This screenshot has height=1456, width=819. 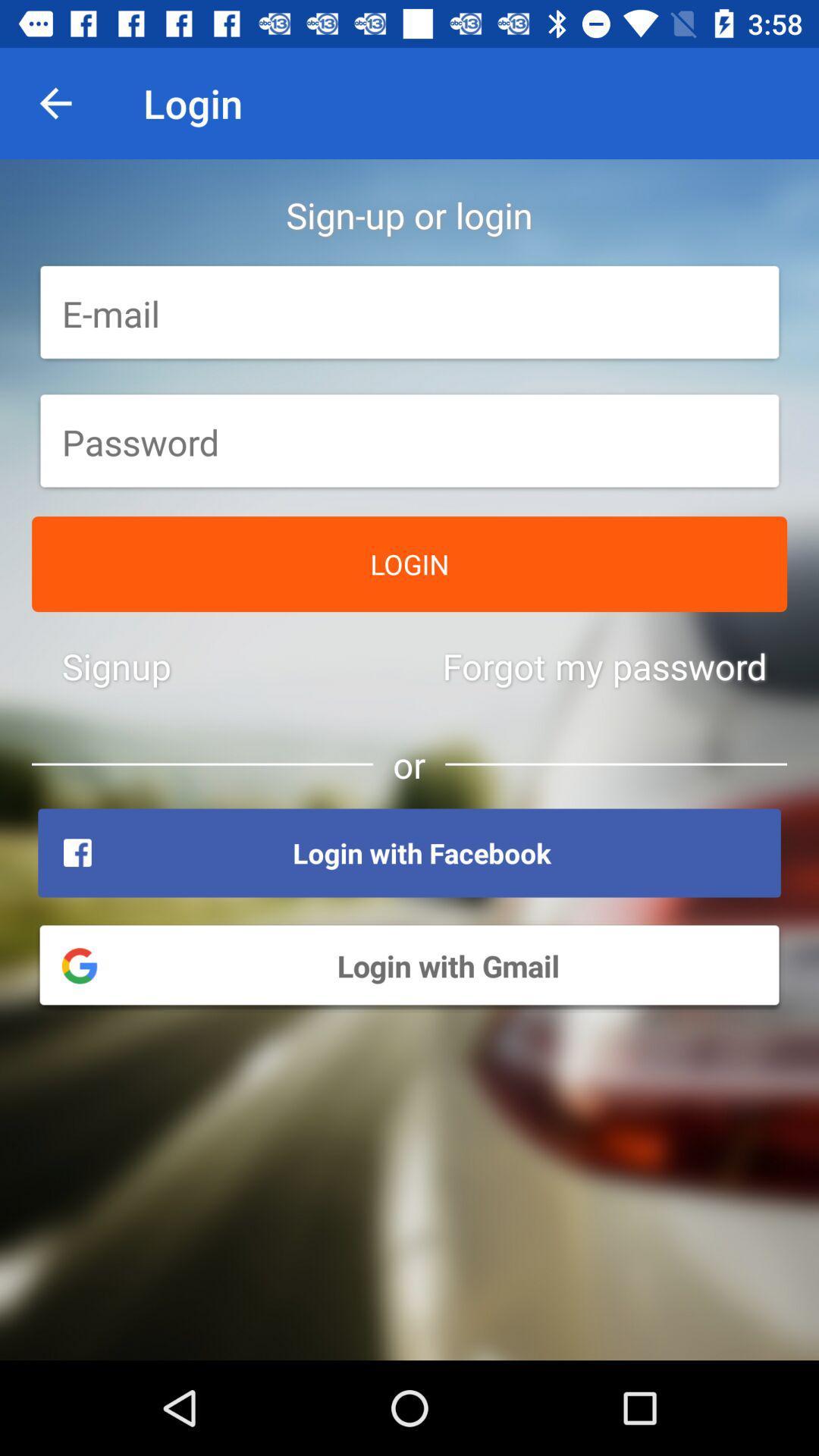 What do you see at coordinates (604, 666) in the screenshot?
I see `item next to the signup` at bounding box center [604, 666].